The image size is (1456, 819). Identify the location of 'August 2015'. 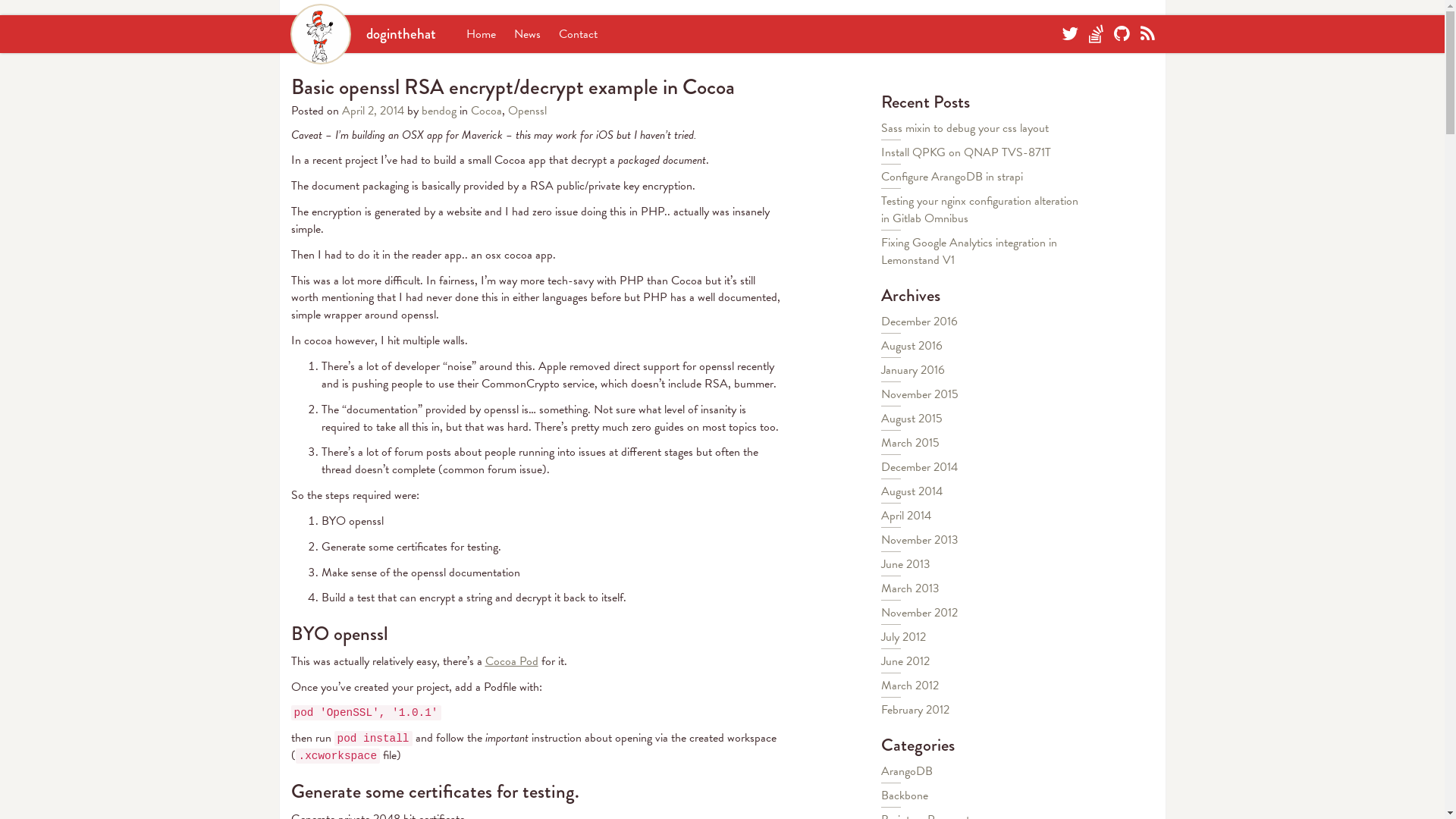
(911, 418).